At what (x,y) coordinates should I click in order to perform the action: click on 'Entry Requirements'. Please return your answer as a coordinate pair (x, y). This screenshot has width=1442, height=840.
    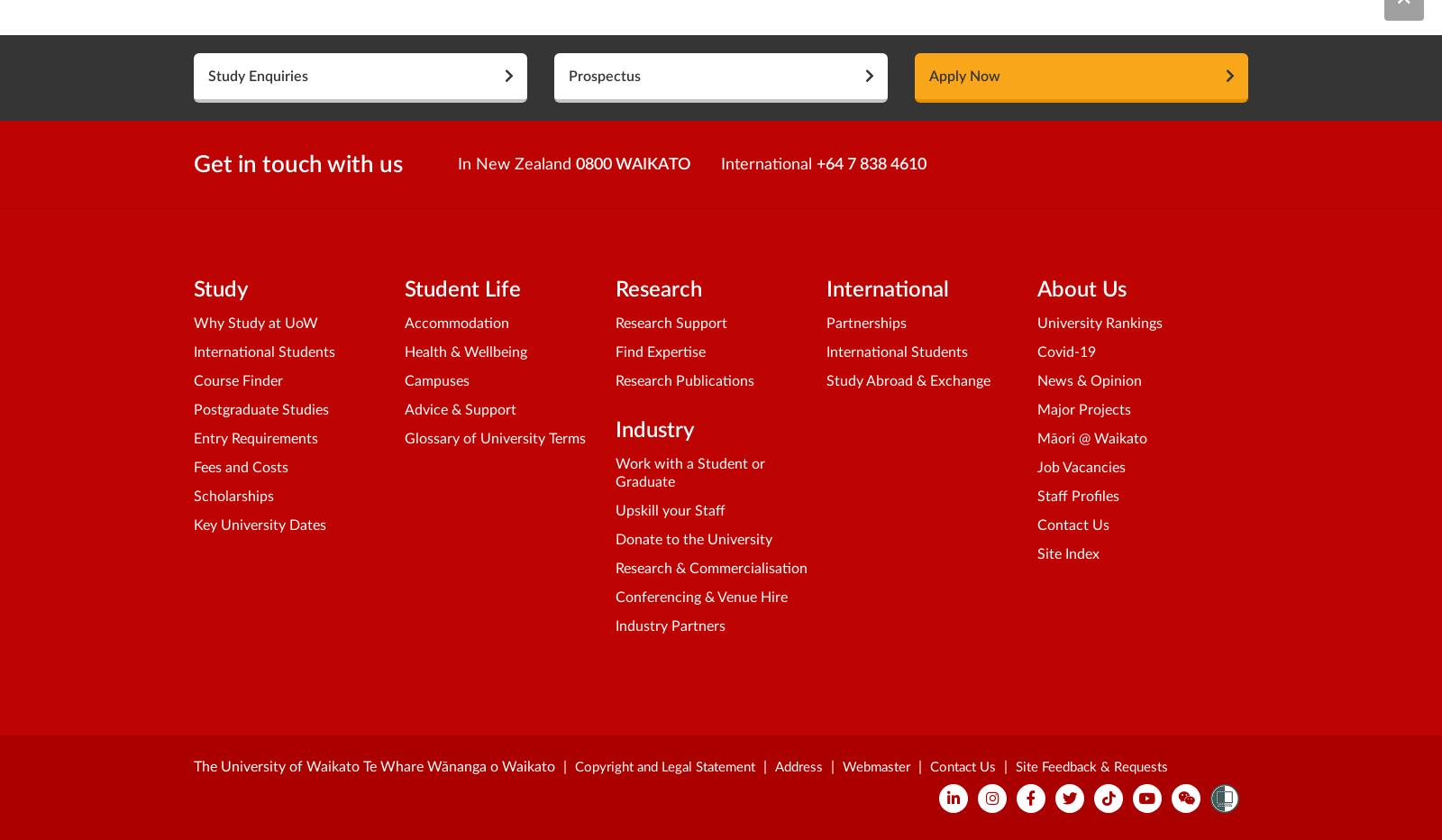
    Looking at the image, I should click on (256, 437).